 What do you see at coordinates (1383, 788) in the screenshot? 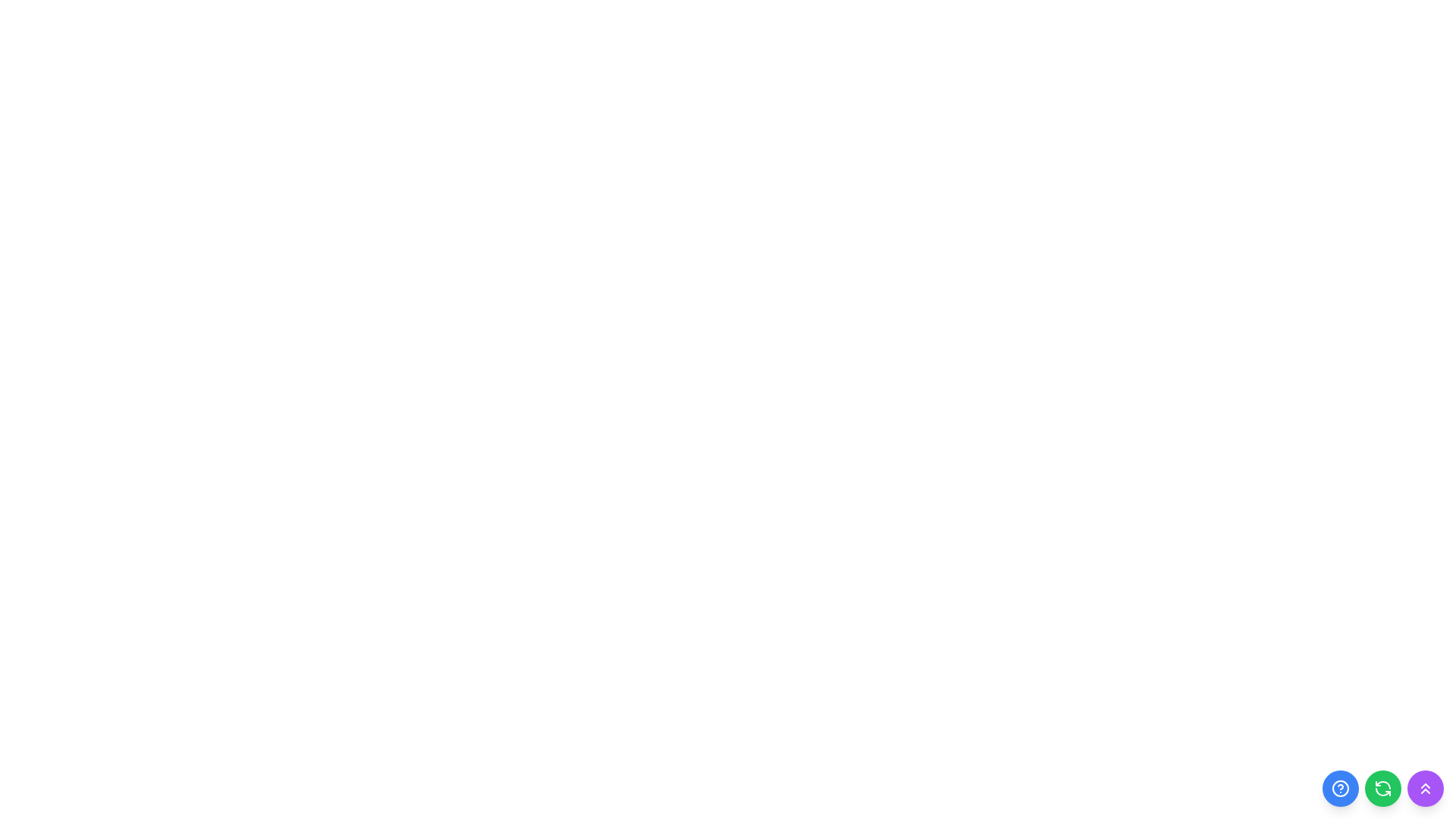
I see `the second circular button with a green background and a refresh symbol` at bounding box center [1383, 788].